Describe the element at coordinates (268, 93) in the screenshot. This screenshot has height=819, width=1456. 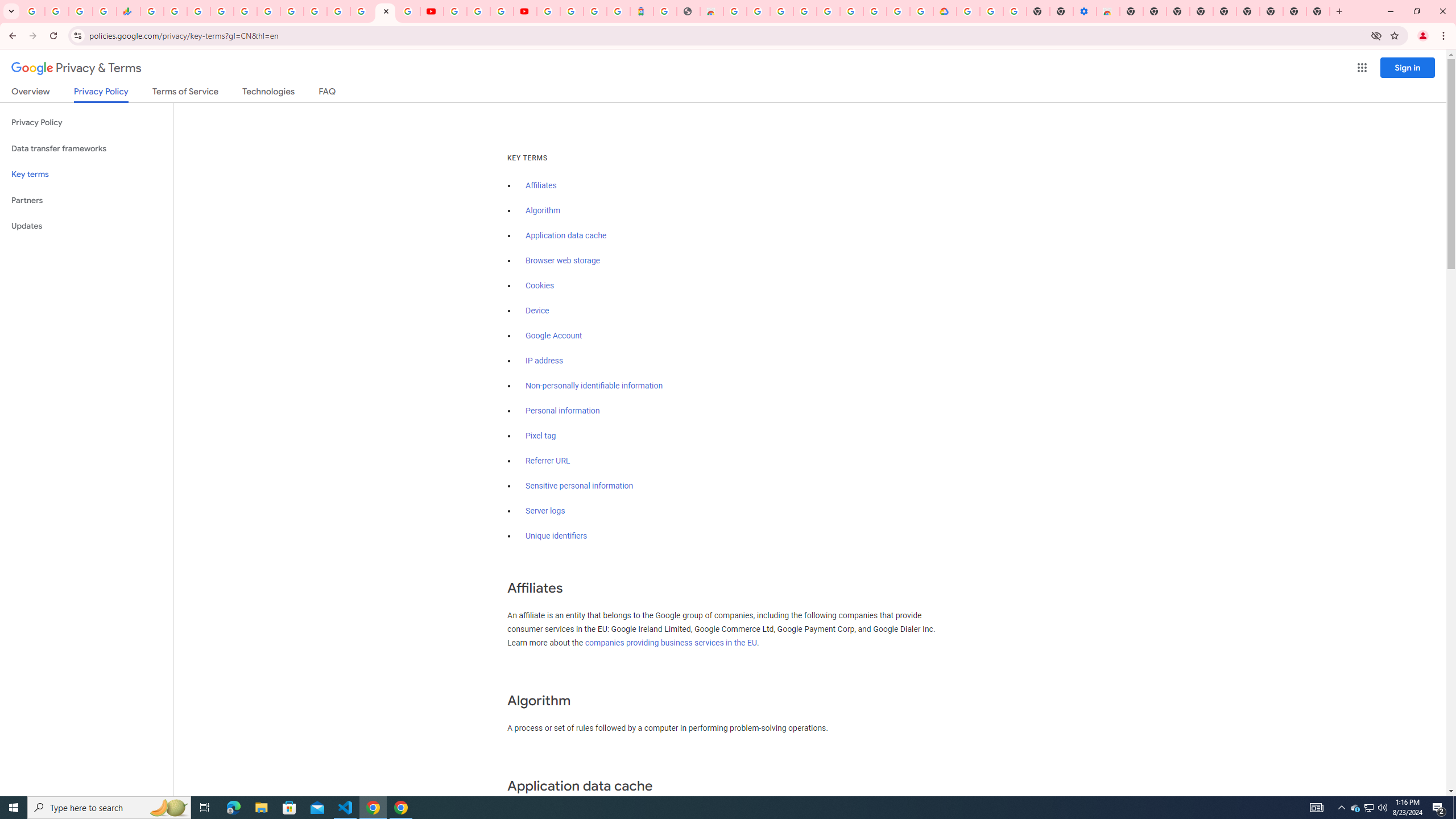
I see `'Technologies'` at that location.